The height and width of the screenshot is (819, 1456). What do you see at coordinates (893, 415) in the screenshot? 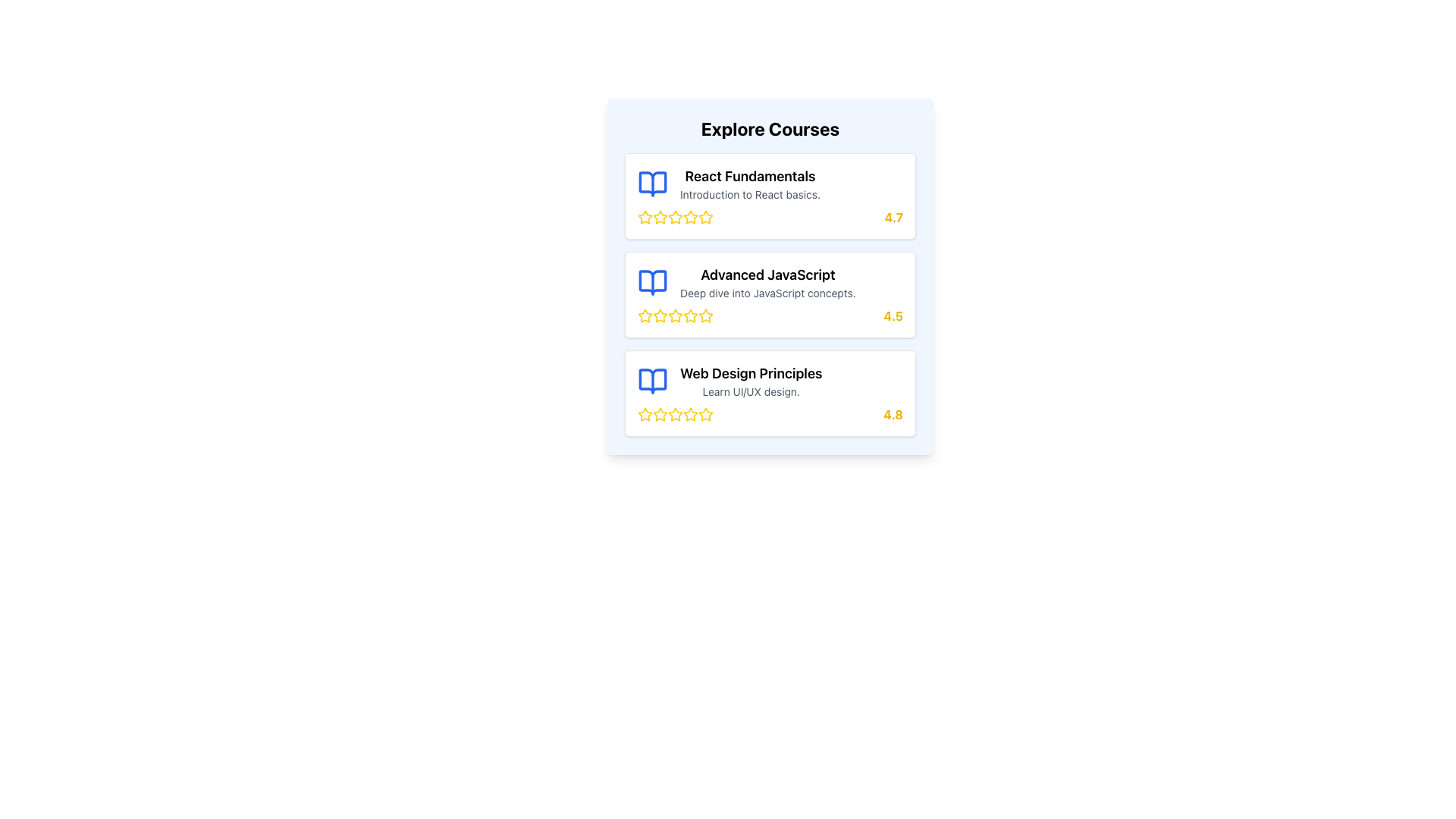
I see `the numeric rating indicator for the 'Web Design Principles' course, located in the third item of the vertical list of course cards, after the five yellow star icons` at bounding box center [893, 415].